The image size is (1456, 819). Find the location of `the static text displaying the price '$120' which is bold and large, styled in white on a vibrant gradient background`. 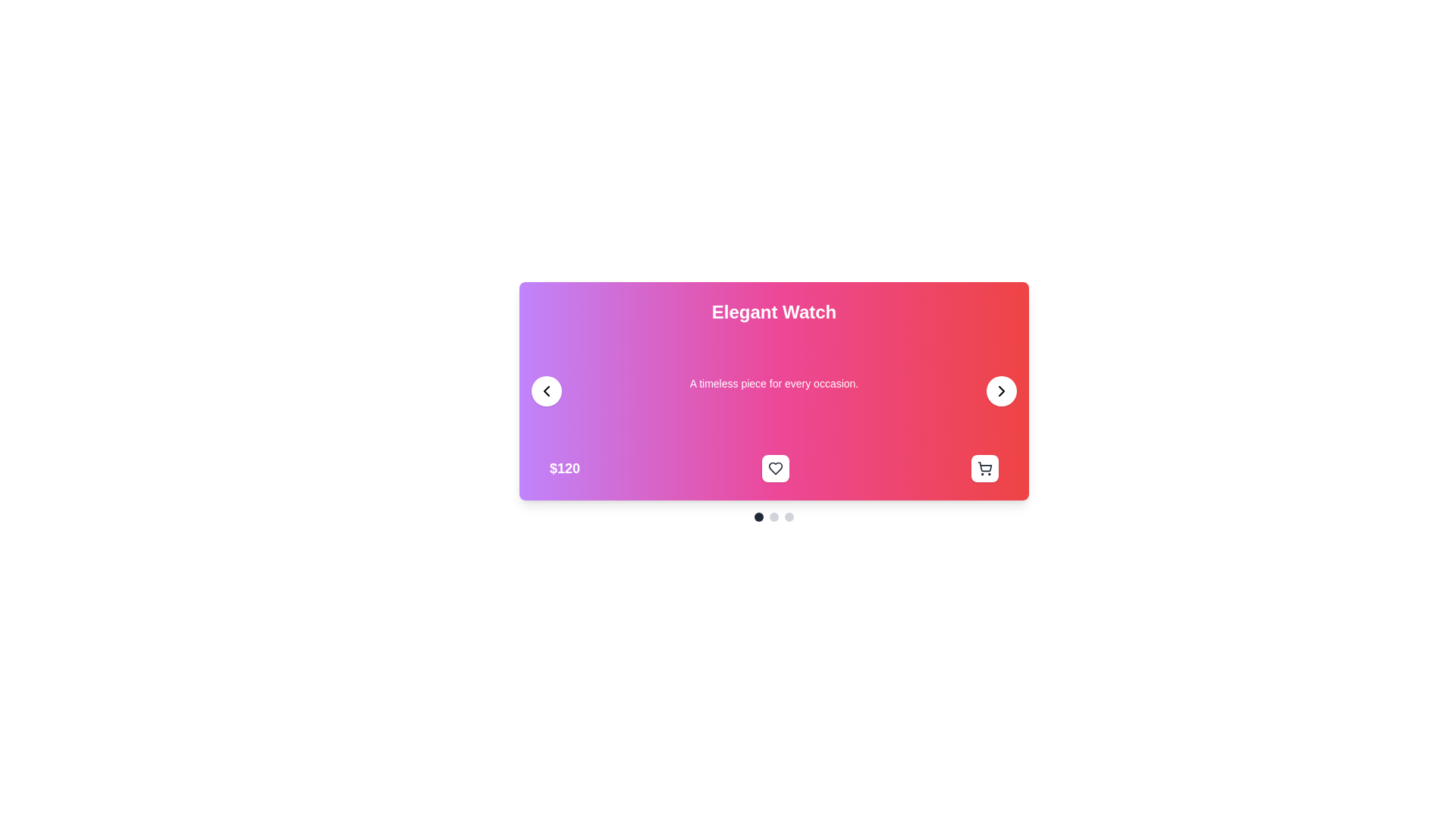

the static text displaying the price '$120' which is bold and large, styled in white on a vibrant gradient background is located at coordinates (563, 467).